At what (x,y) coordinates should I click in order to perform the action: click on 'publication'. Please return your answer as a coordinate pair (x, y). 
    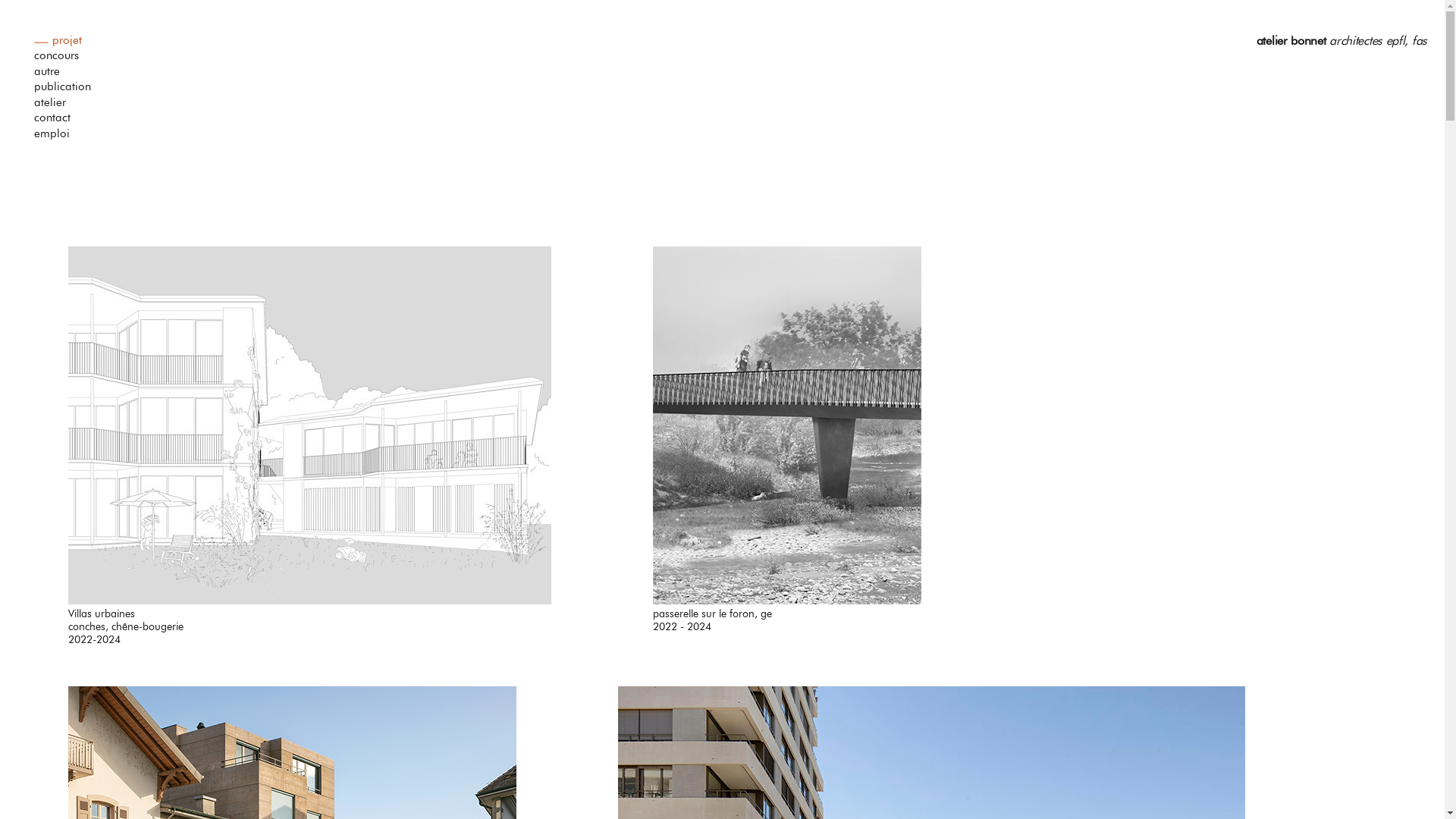
    Looking at the image, I should click on (71, 87).